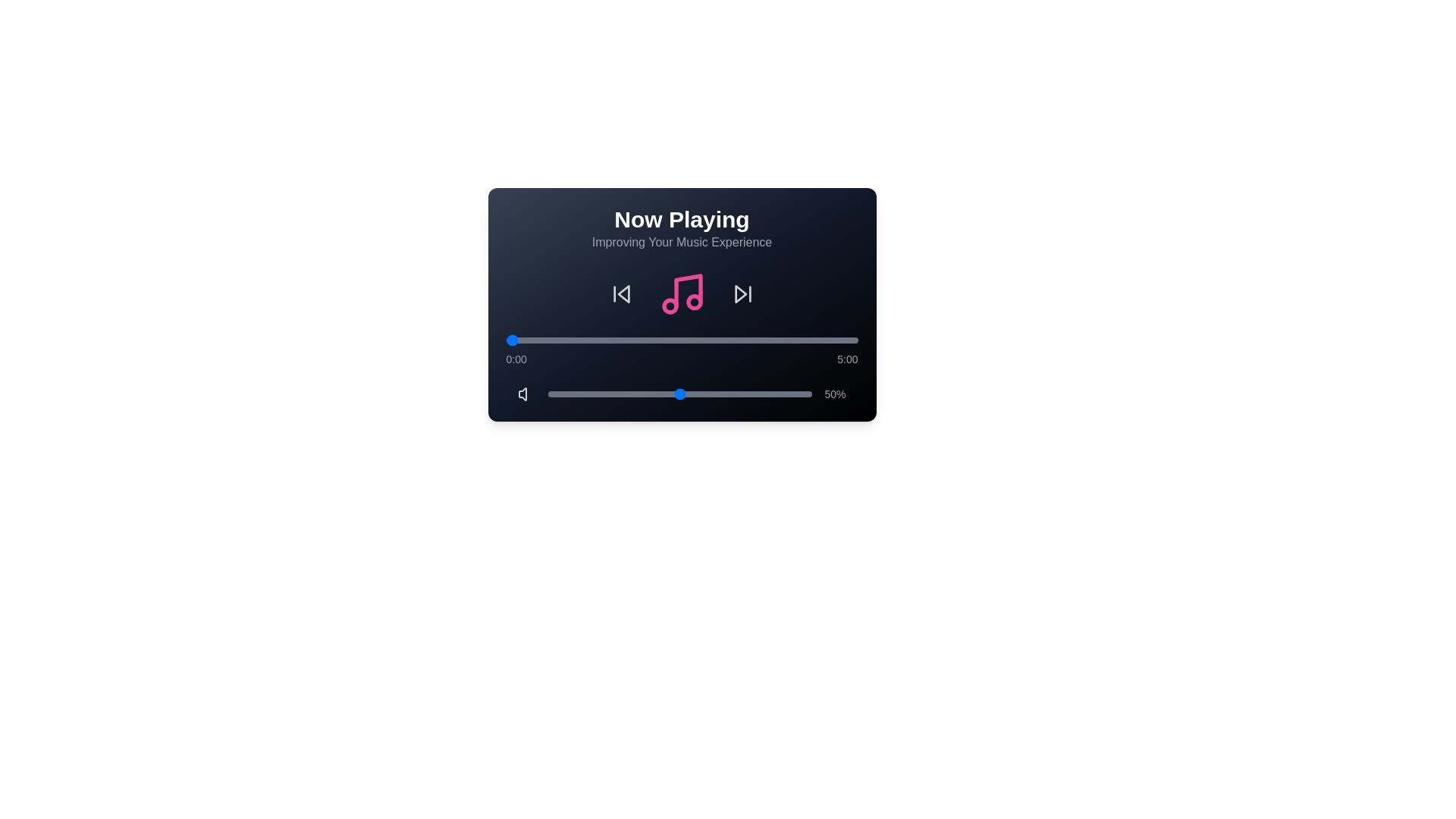 The height and width of the screenshot is (819, 1456). Describe the element at coordinates (672, 394) in the screenshot. I see `the volume slider to 47%` at that location.